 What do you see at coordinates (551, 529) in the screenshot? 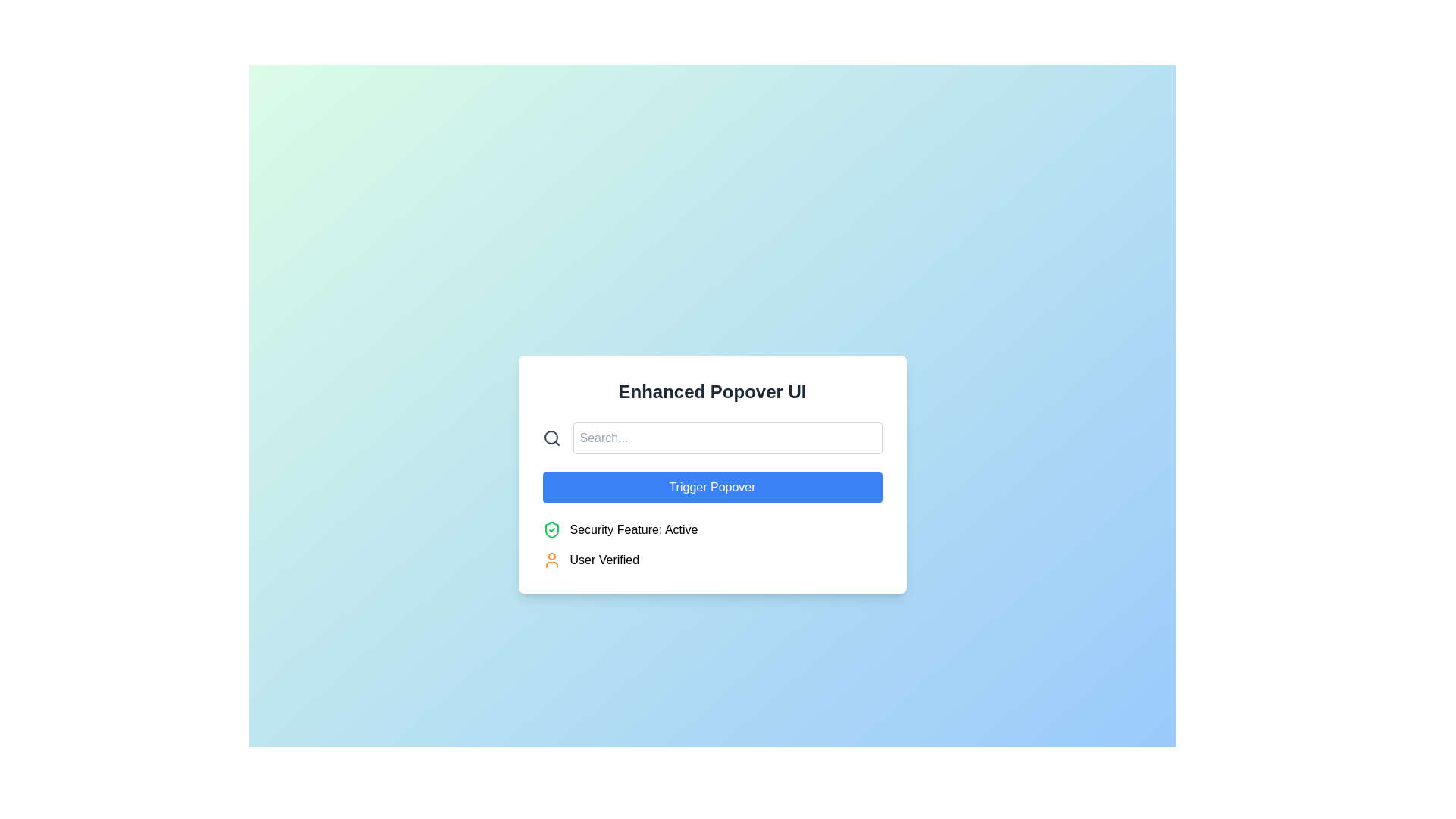
I see `the shield-like icon with a green outline and check mark, indicating 'Security Feature: Active'` at bounding box center [551, 529].